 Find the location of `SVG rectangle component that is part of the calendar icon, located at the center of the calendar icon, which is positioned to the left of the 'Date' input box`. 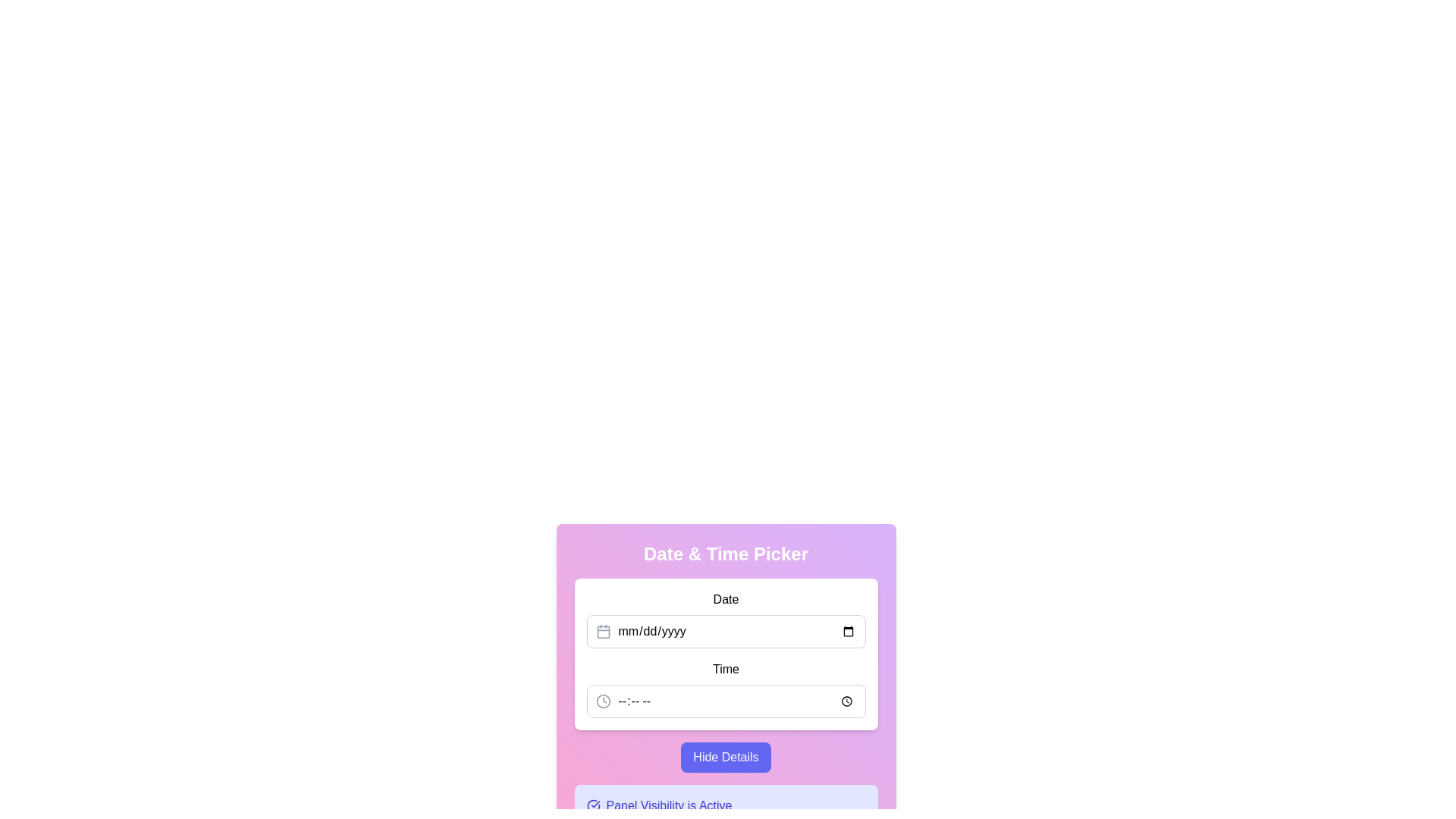

SVG rectangle component that is part of the calendar icon, located at the center of the calendar icon, which is positioned to the left of the 'Date' input box is located at coordinates (602, 632).